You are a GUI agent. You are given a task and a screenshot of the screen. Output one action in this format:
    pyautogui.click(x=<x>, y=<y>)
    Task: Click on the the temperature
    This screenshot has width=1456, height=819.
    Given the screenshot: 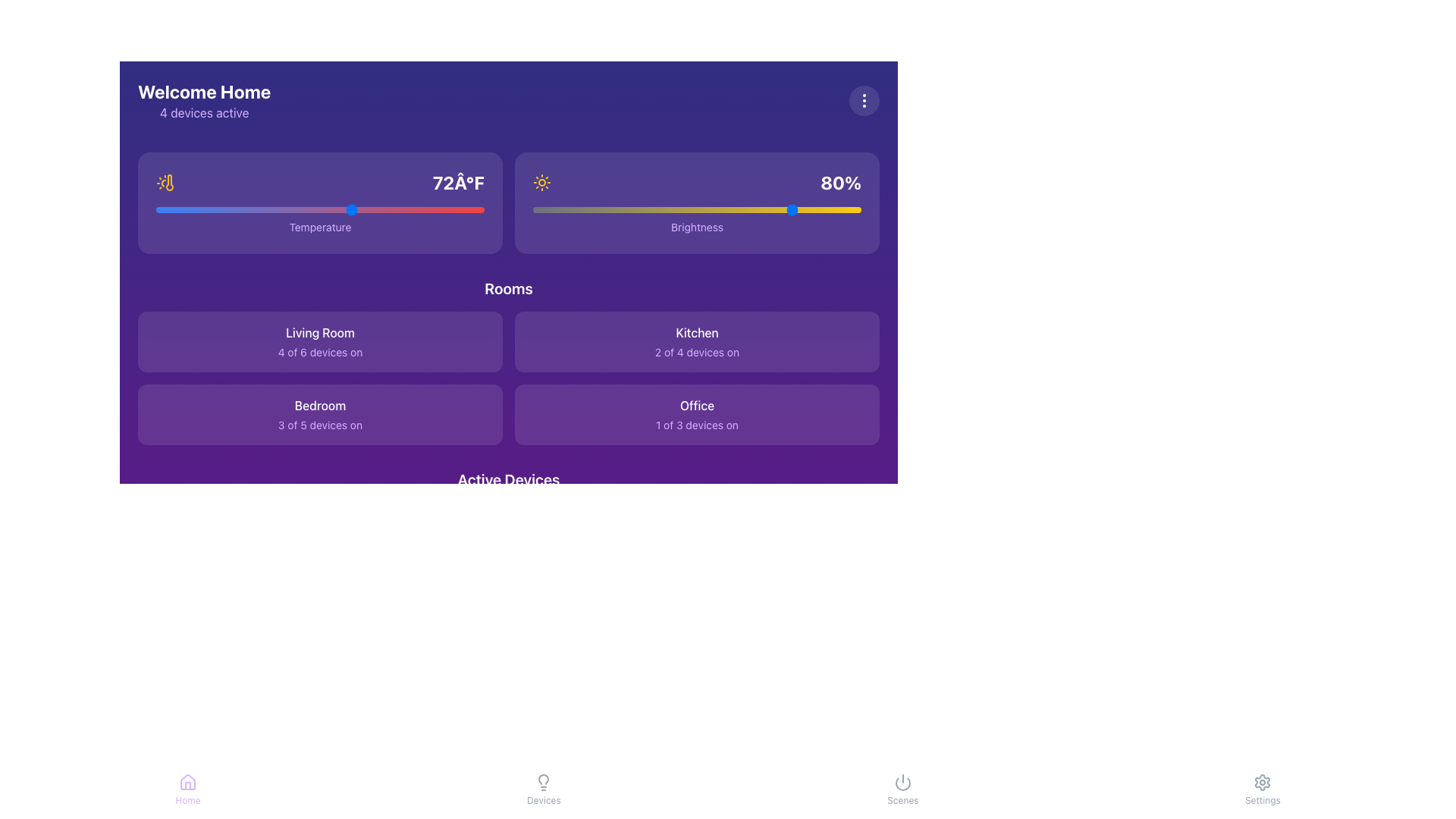 What is the action you would take?
    pyautogui.click(x=435, y=210)
    